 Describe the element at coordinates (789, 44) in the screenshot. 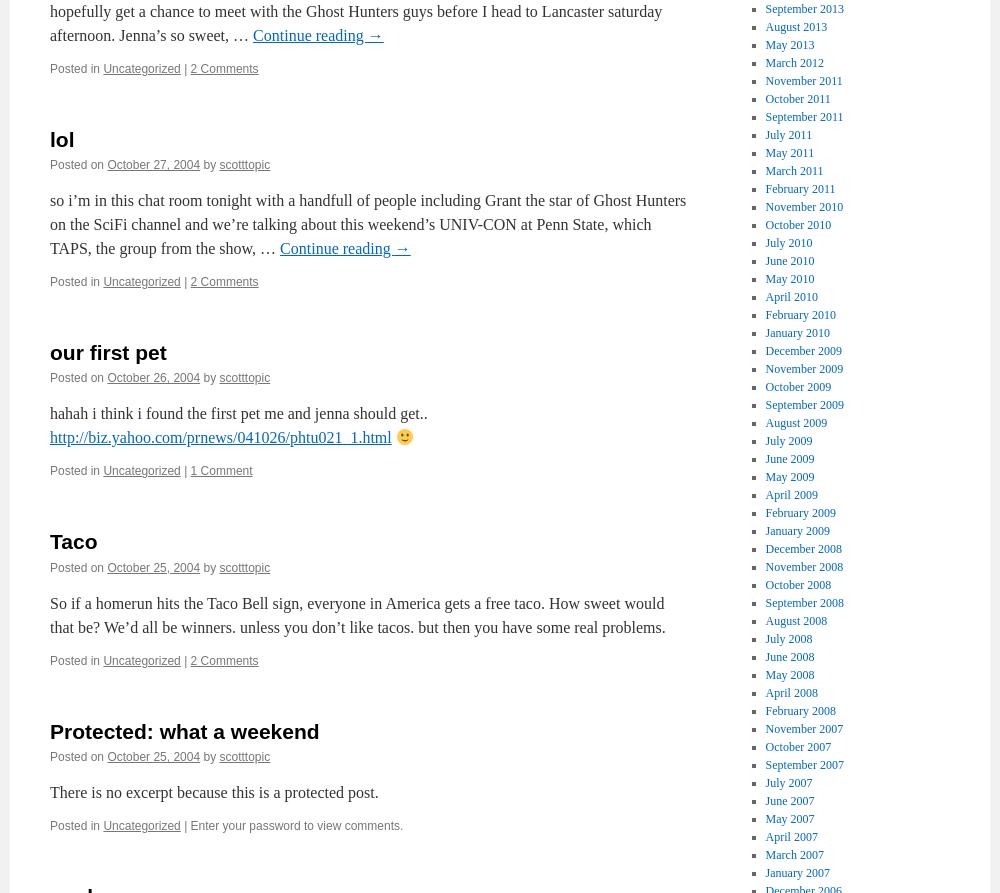

I see `'May 2013'` at that location.